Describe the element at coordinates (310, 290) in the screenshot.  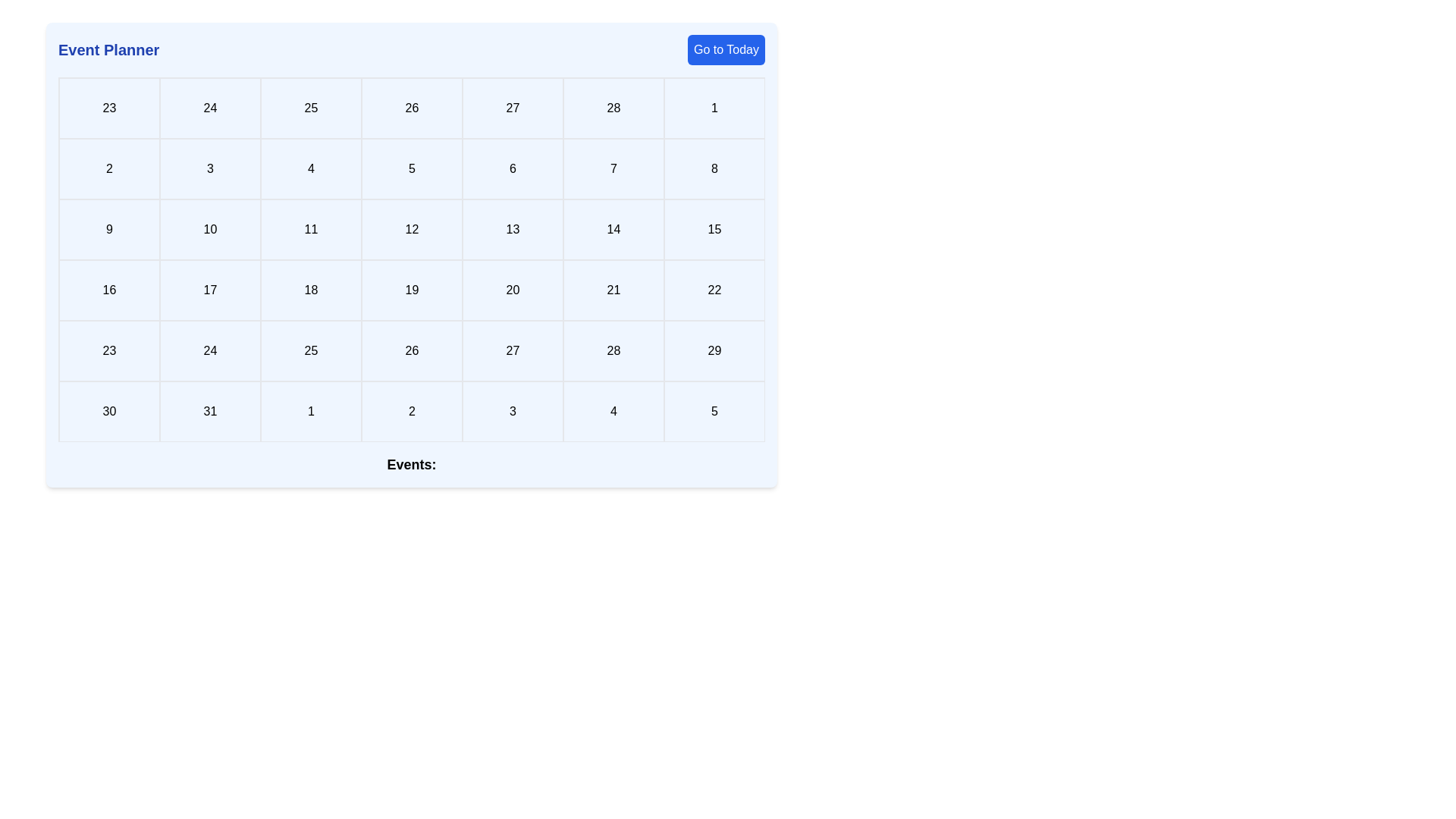
I see `the grid cell displaying the number '18', which is located in the fourth row and third column of the grid layout` at that location.